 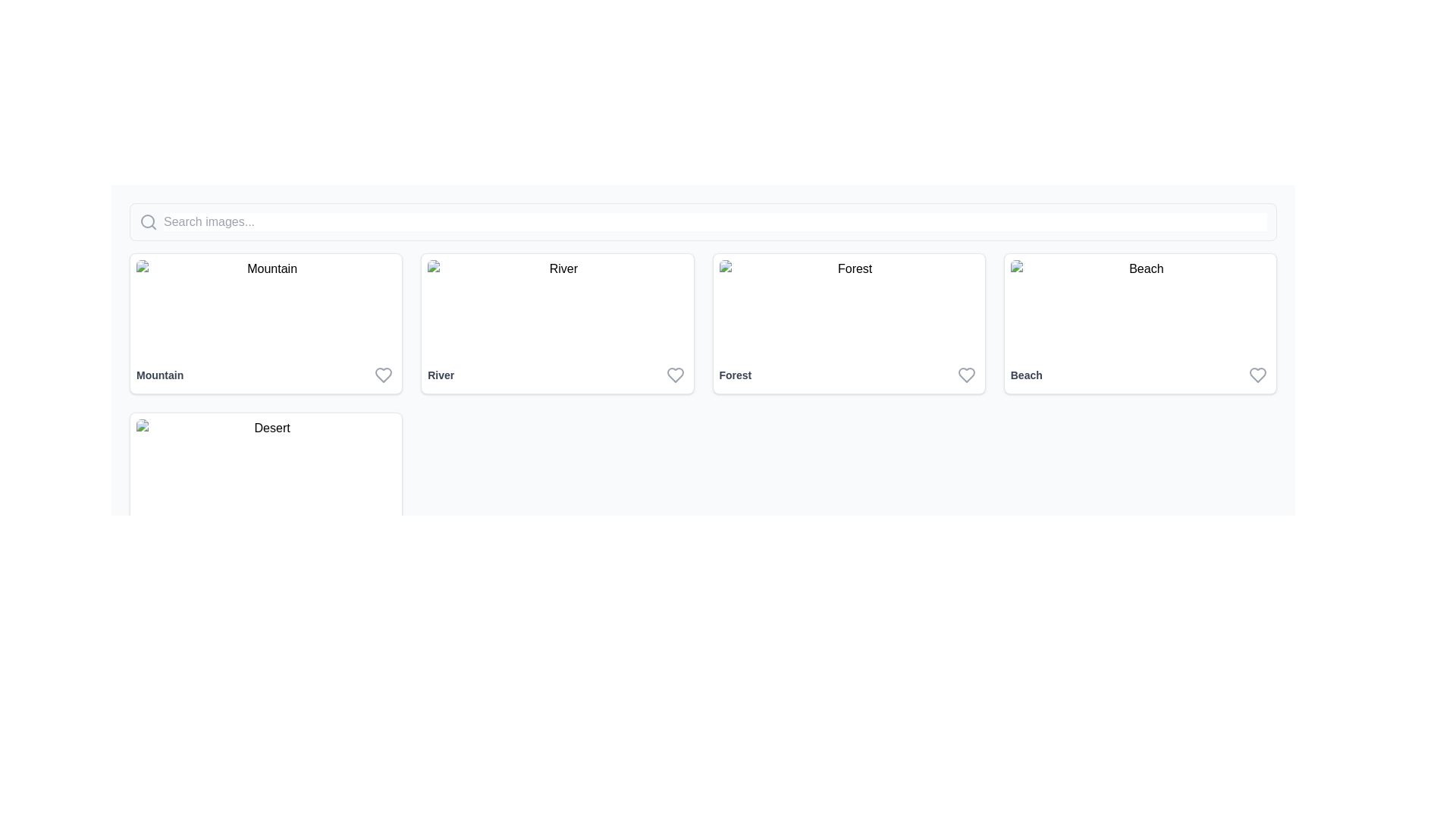 What do you see at coordinates (965, 375) in the screenshot?
I see `the heart icon button located at the bottom-right of the 'Forest' card to possibly see tooltips` at bounding box center [965, 375].